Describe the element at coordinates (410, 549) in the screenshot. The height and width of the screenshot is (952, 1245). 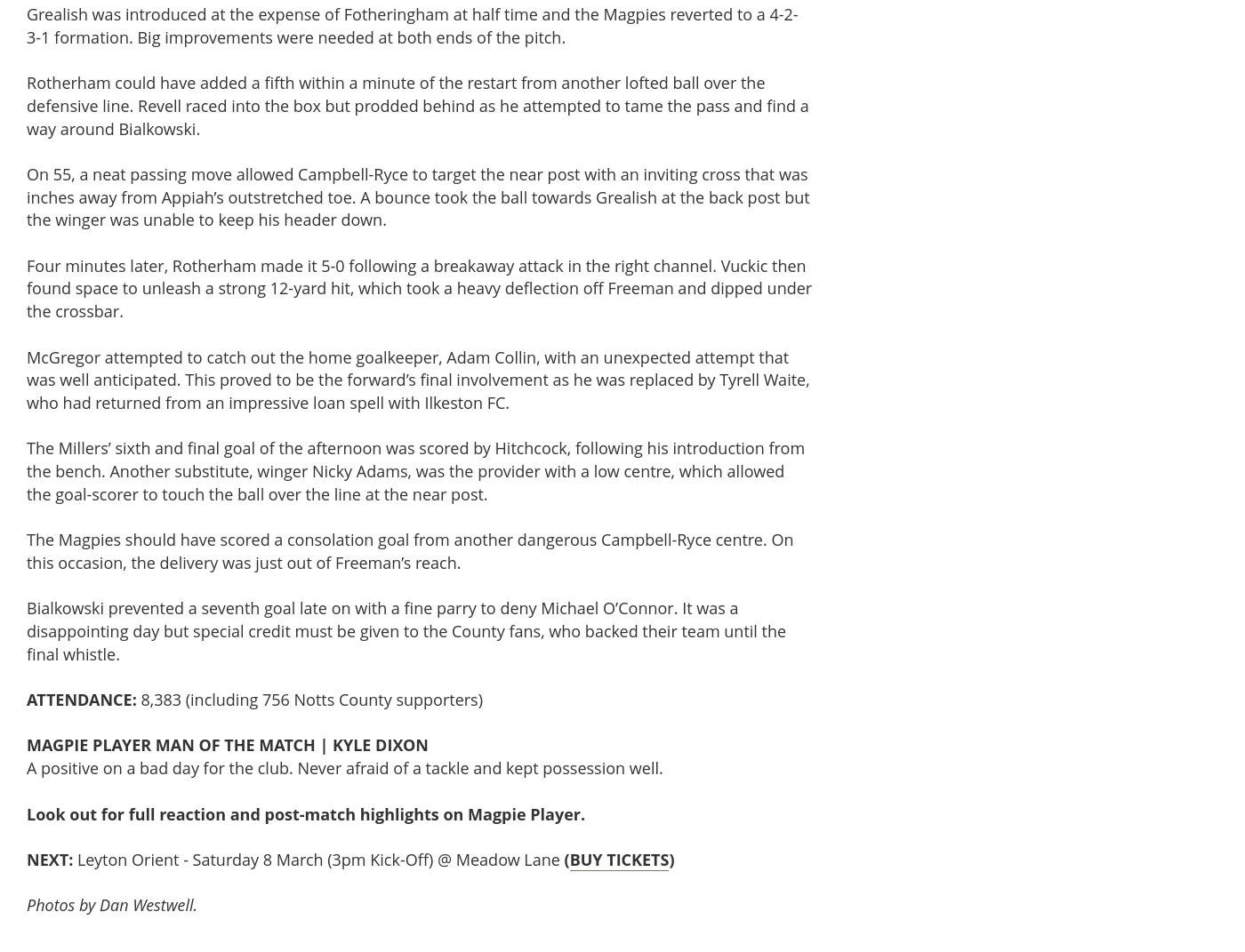
I see `'The Magpies should have scored a consolation goal from another dangerous Campbell-Ryce centre. On this occasion, the delivery was just out of Freeman’s reach.'` at that location.